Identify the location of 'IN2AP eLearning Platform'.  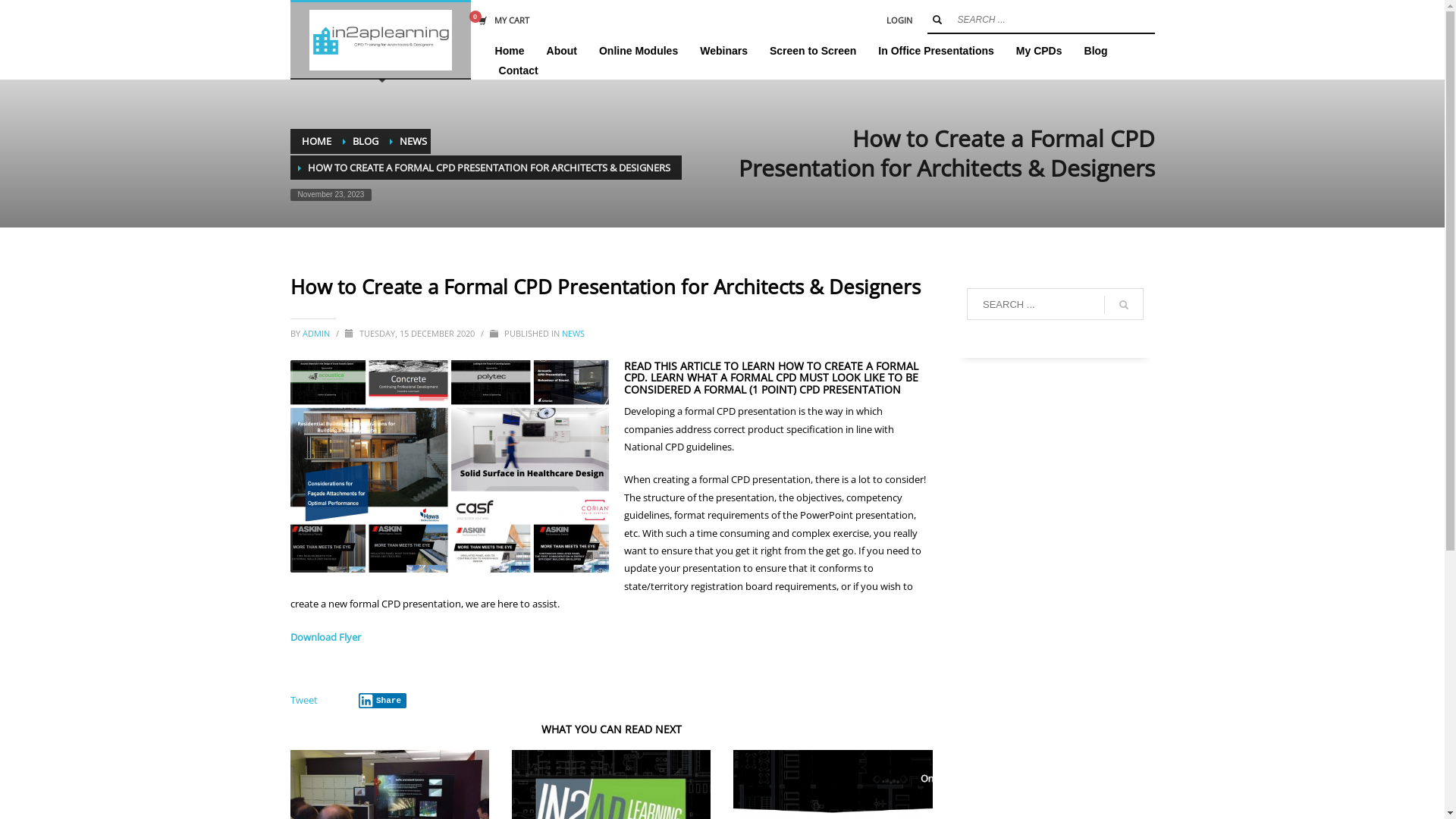
(381, 39).